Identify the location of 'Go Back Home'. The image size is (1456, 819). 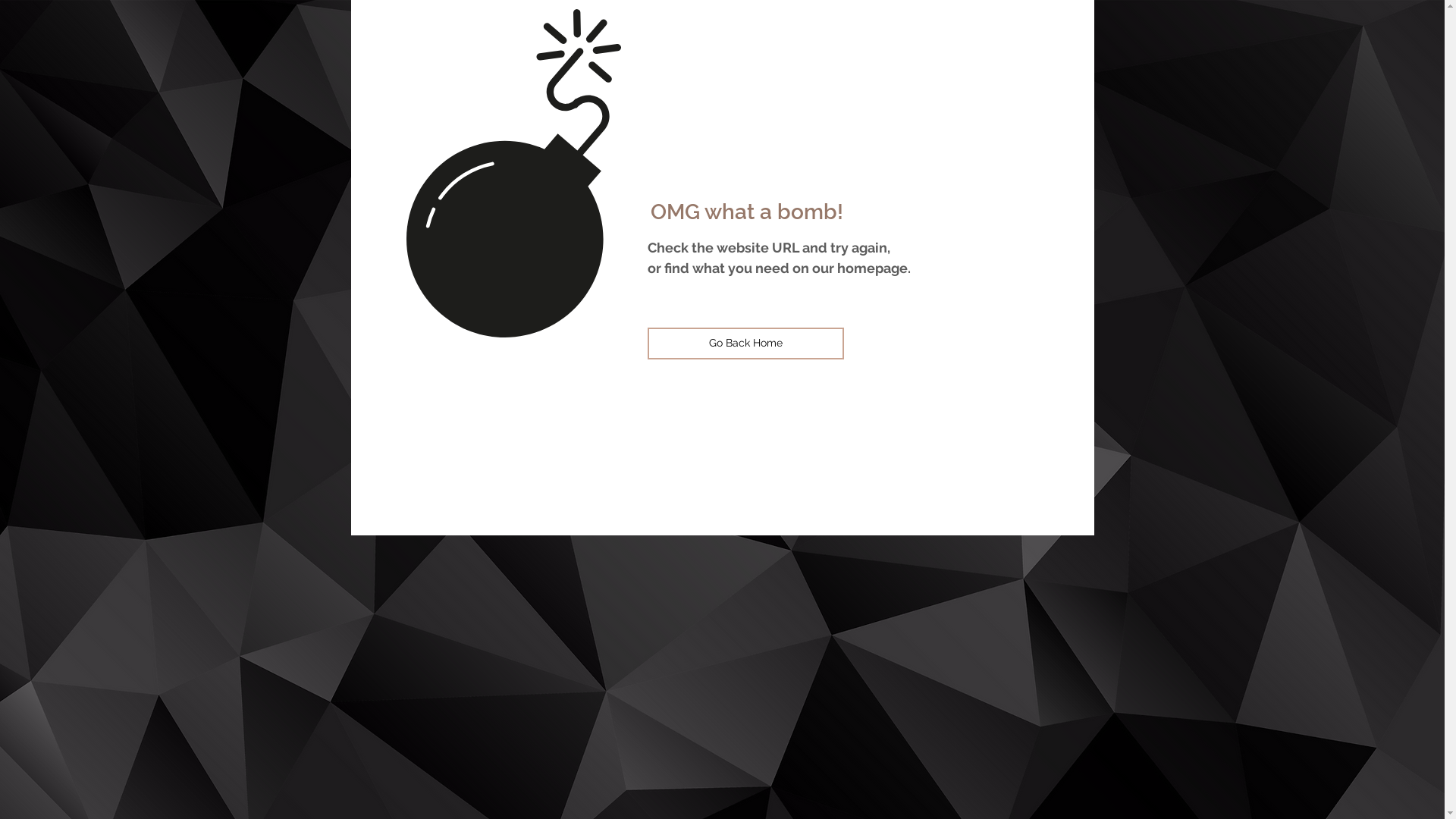
(648, 343).